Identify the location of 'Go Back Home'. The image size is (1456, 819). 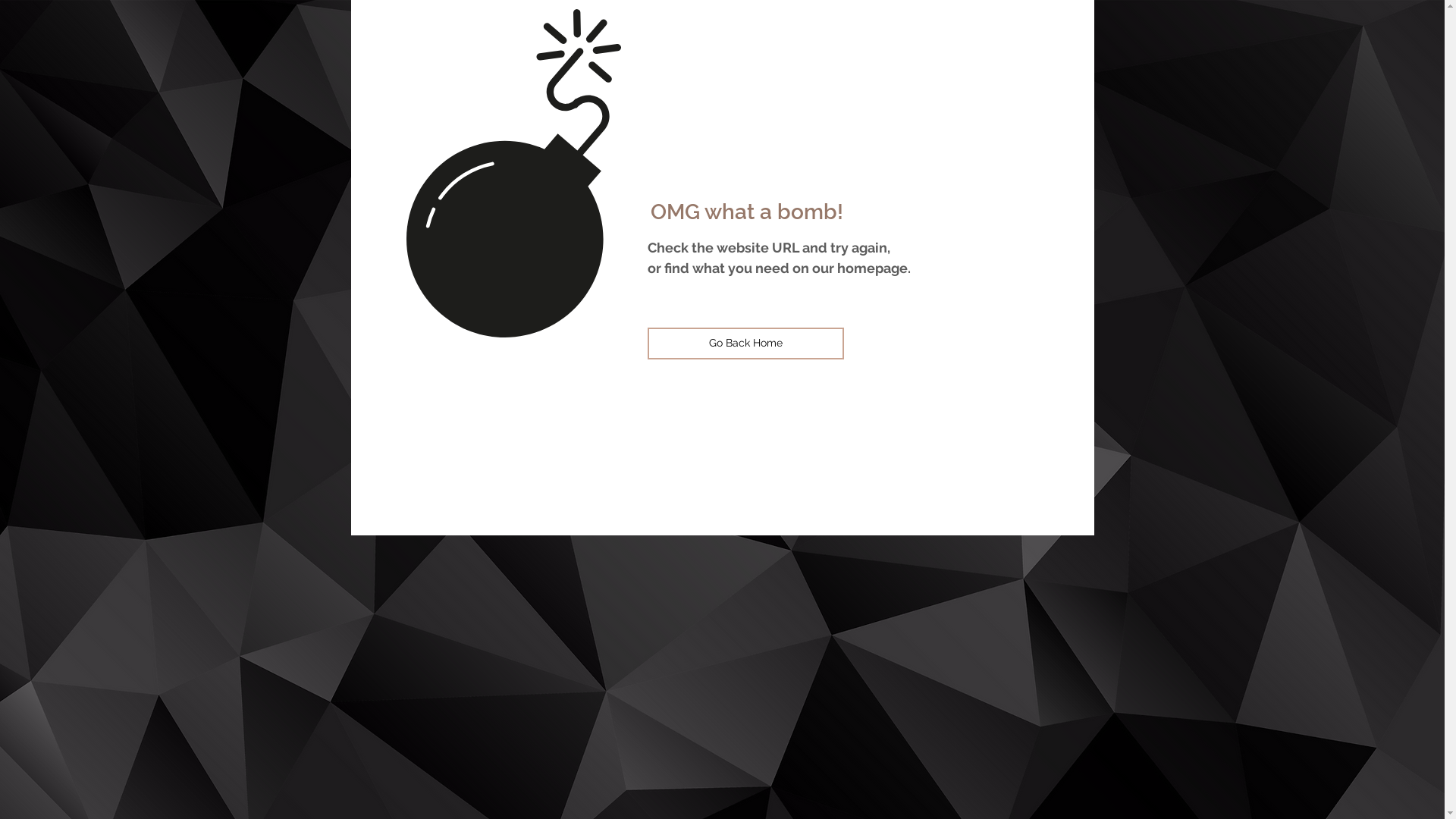
(648, 343).